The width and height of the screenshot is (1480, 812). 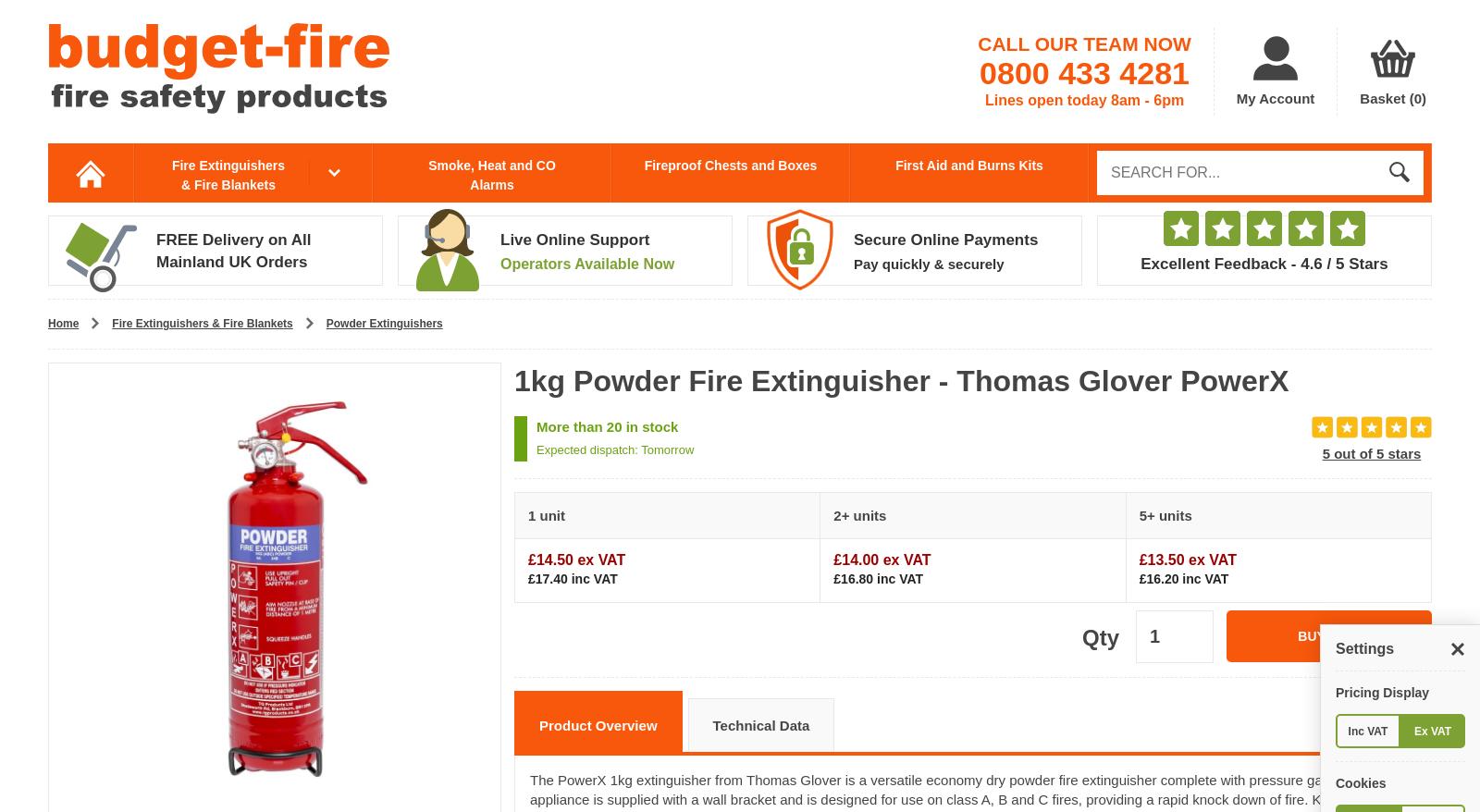 What do you see at coordinates (835, 265) in the screenshot?
I see `'Foam Extinguishers'` at bounding box center [835, 265].